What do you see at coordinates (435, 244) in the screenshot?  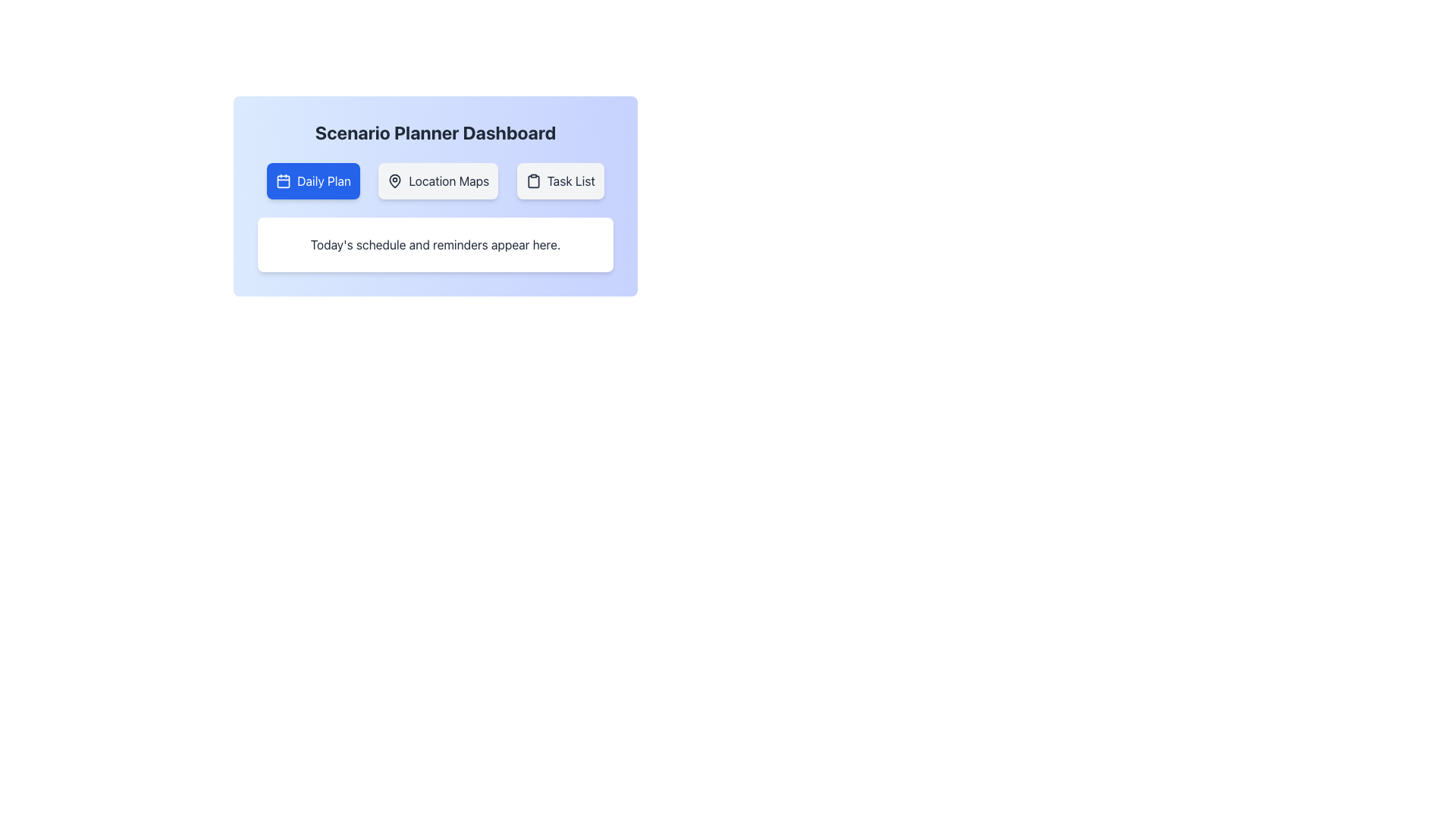 I see `the informational text label located centrally within the white card, below the buttons labeled 'Daily Plan,' 'Location Maps,' and 'Task List.'` at bounding box center [435, 244].